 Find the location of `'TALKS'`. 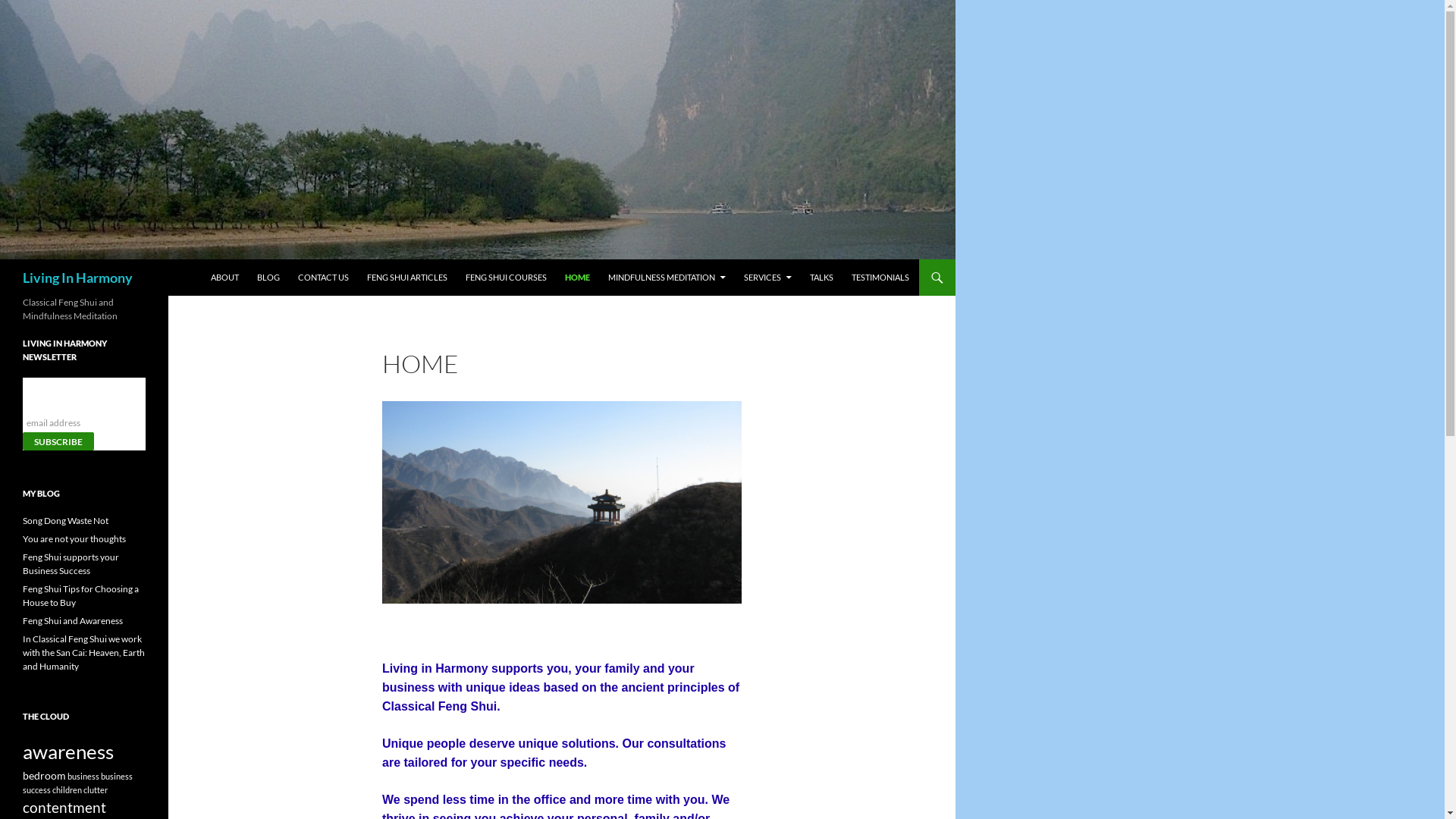

'TALKS' is located at coordinates (821, 278).